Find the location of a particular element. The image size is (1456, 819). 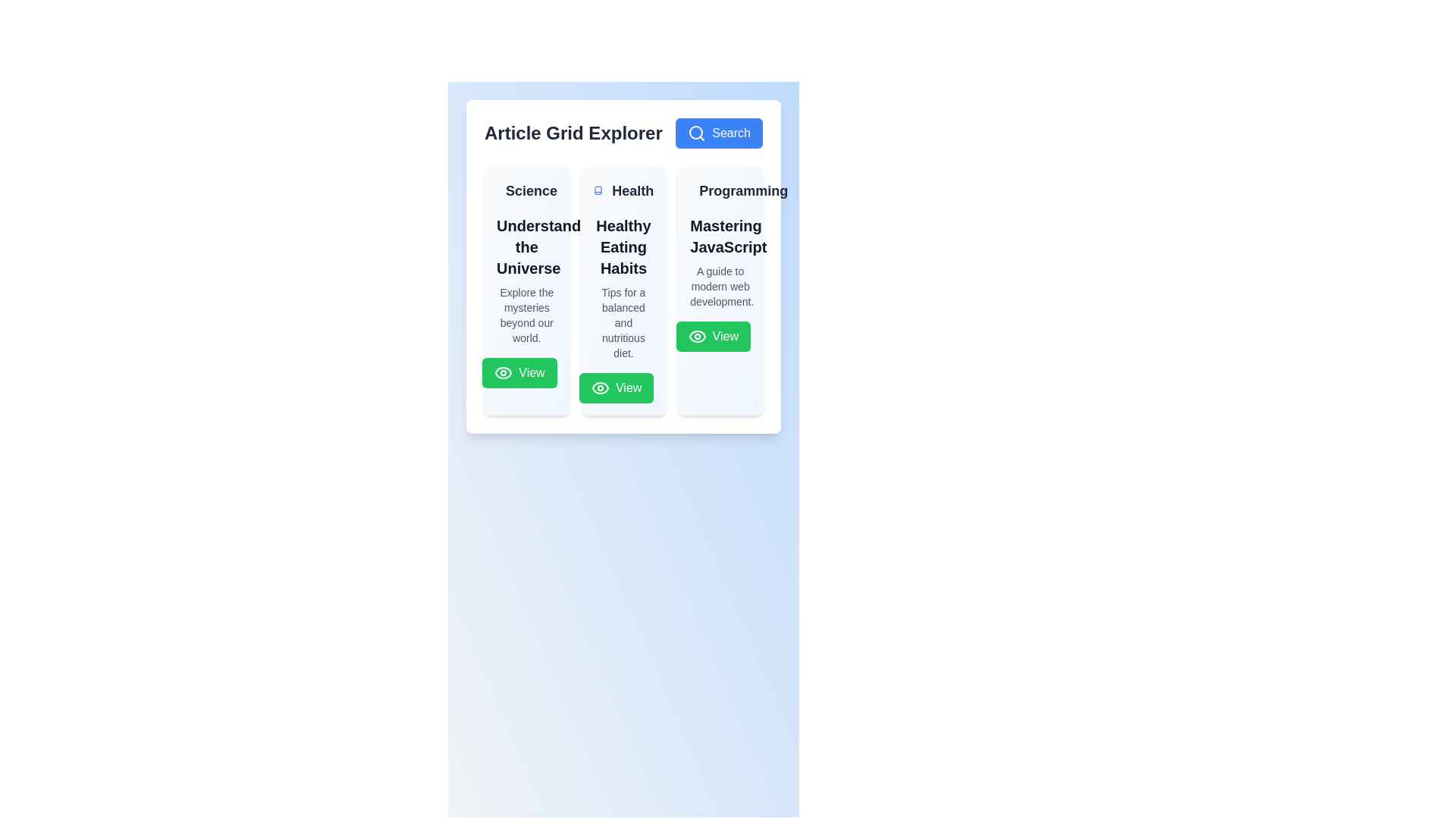

the text label that categorizes the content of the card as 'Science', located at the top-left corner of the first card, above the title 'Understand the Universe' is located at coordinates (531, 190).